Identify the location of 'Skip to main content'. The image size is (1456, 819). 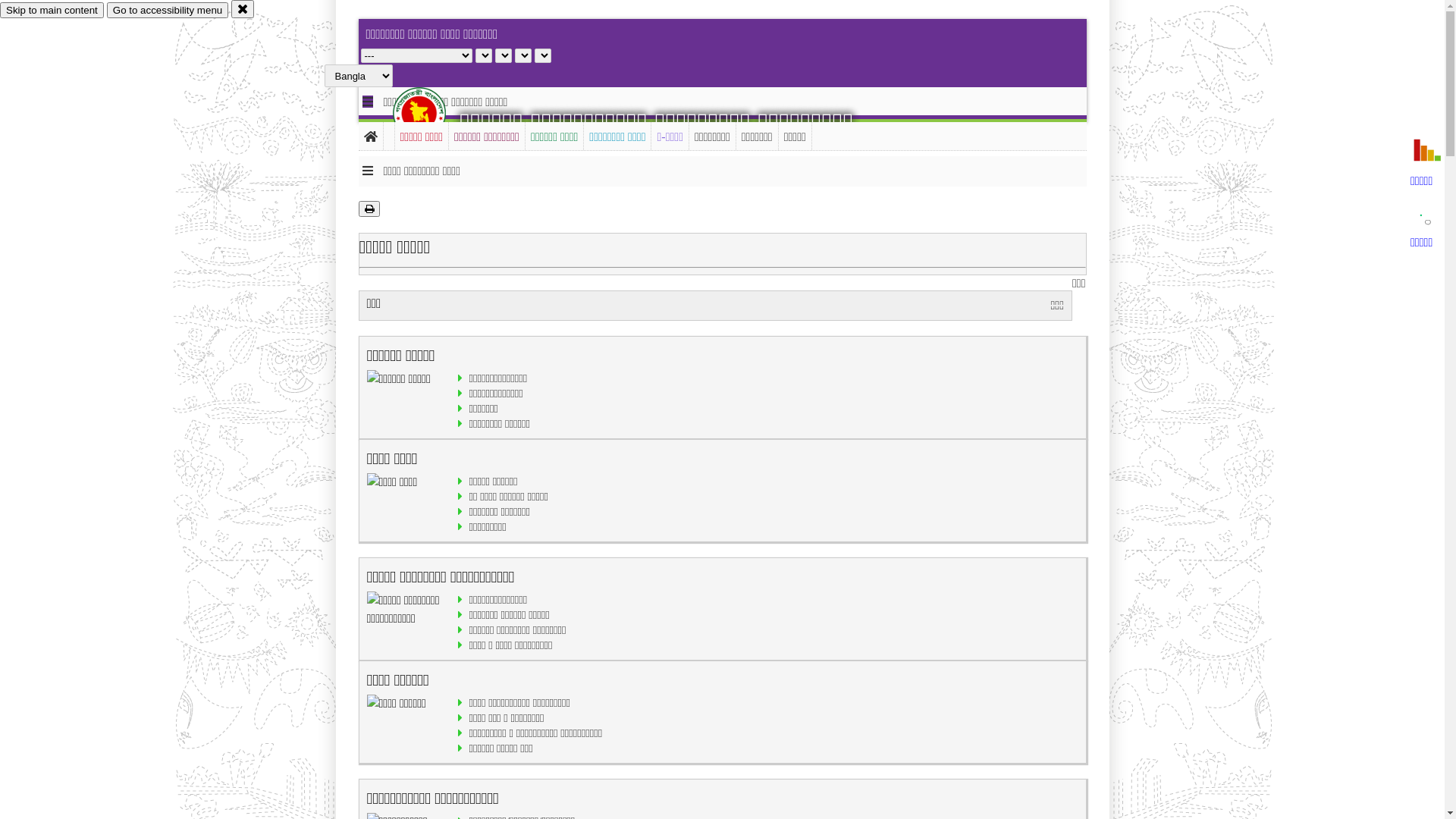
(52, 10).